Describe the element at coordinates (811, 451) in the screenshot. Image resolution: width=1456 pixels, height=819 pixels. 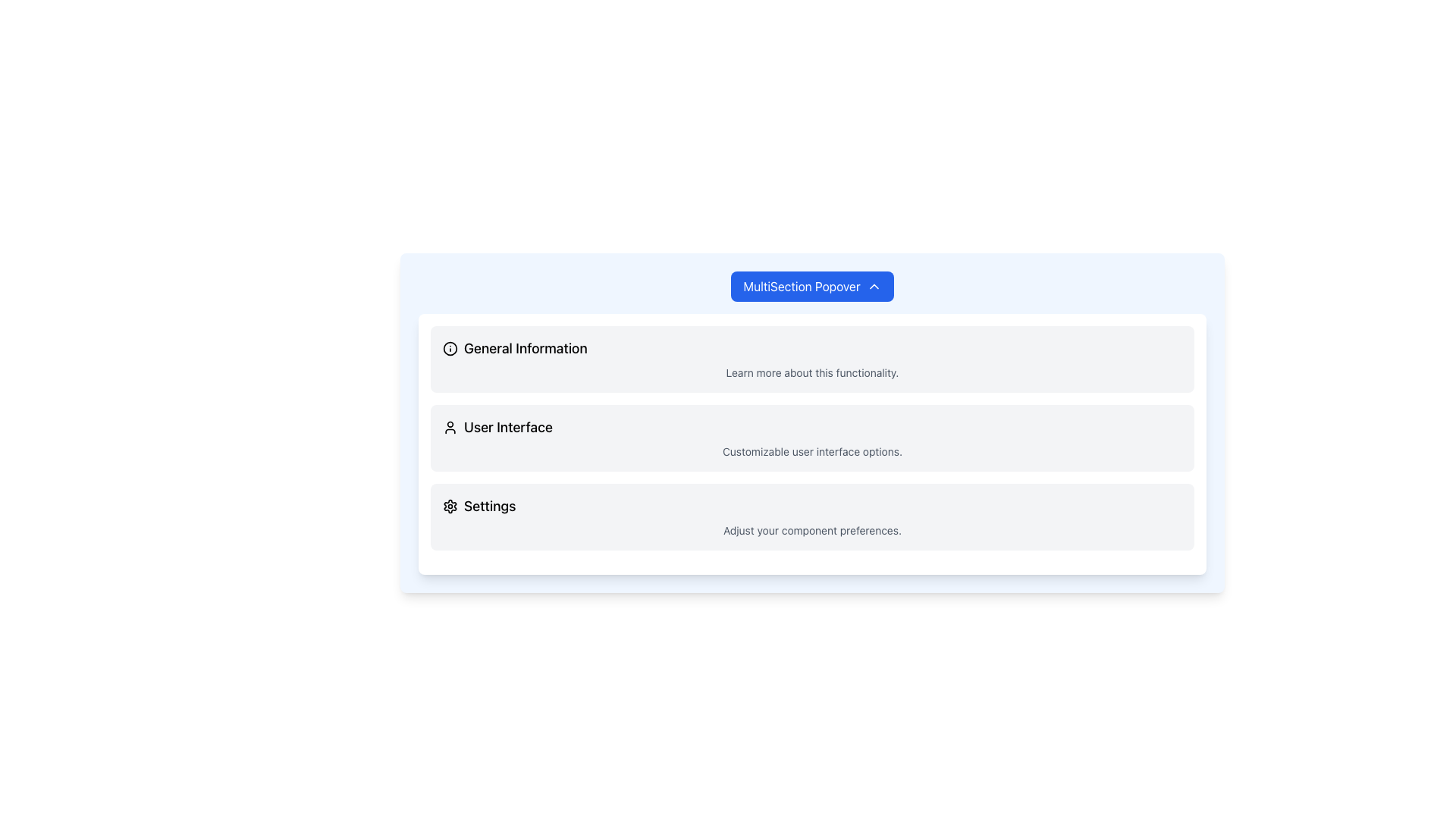
I see `the informational text label positioned below the 'User Interface' header, which serves to provide additional context` at that location.